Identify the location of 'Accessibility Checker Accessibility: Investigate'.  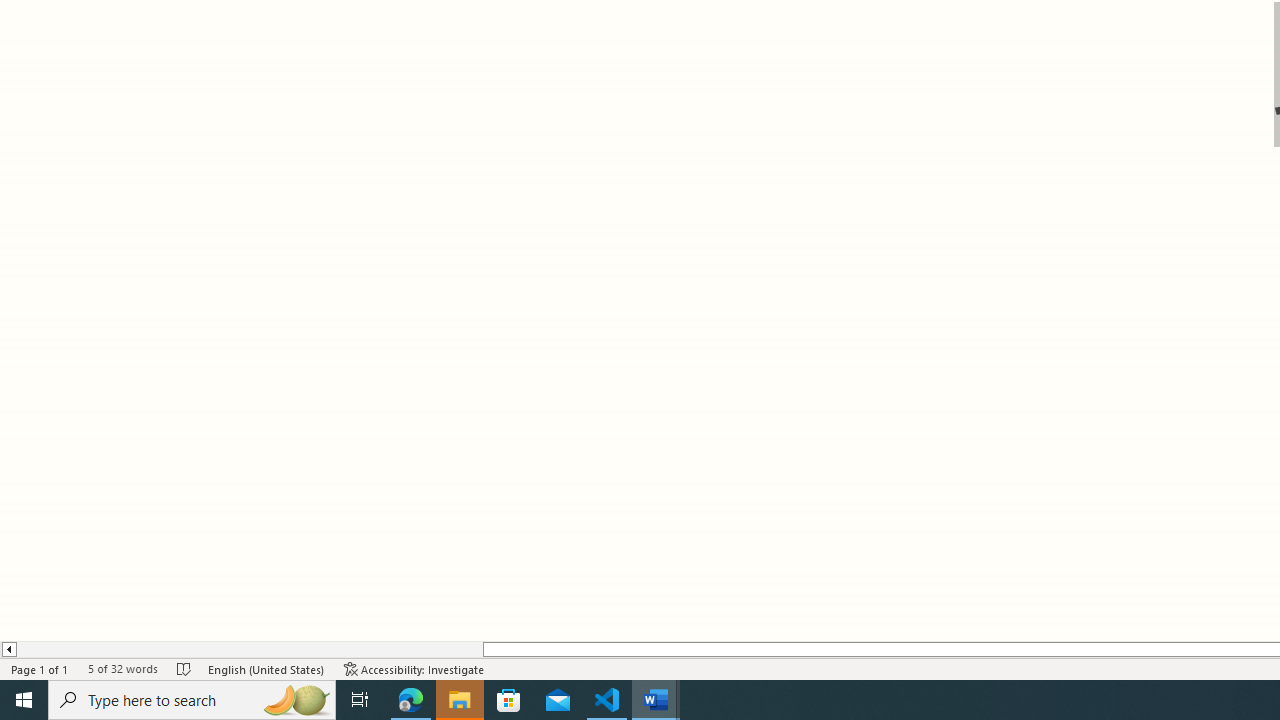
(413, 669).